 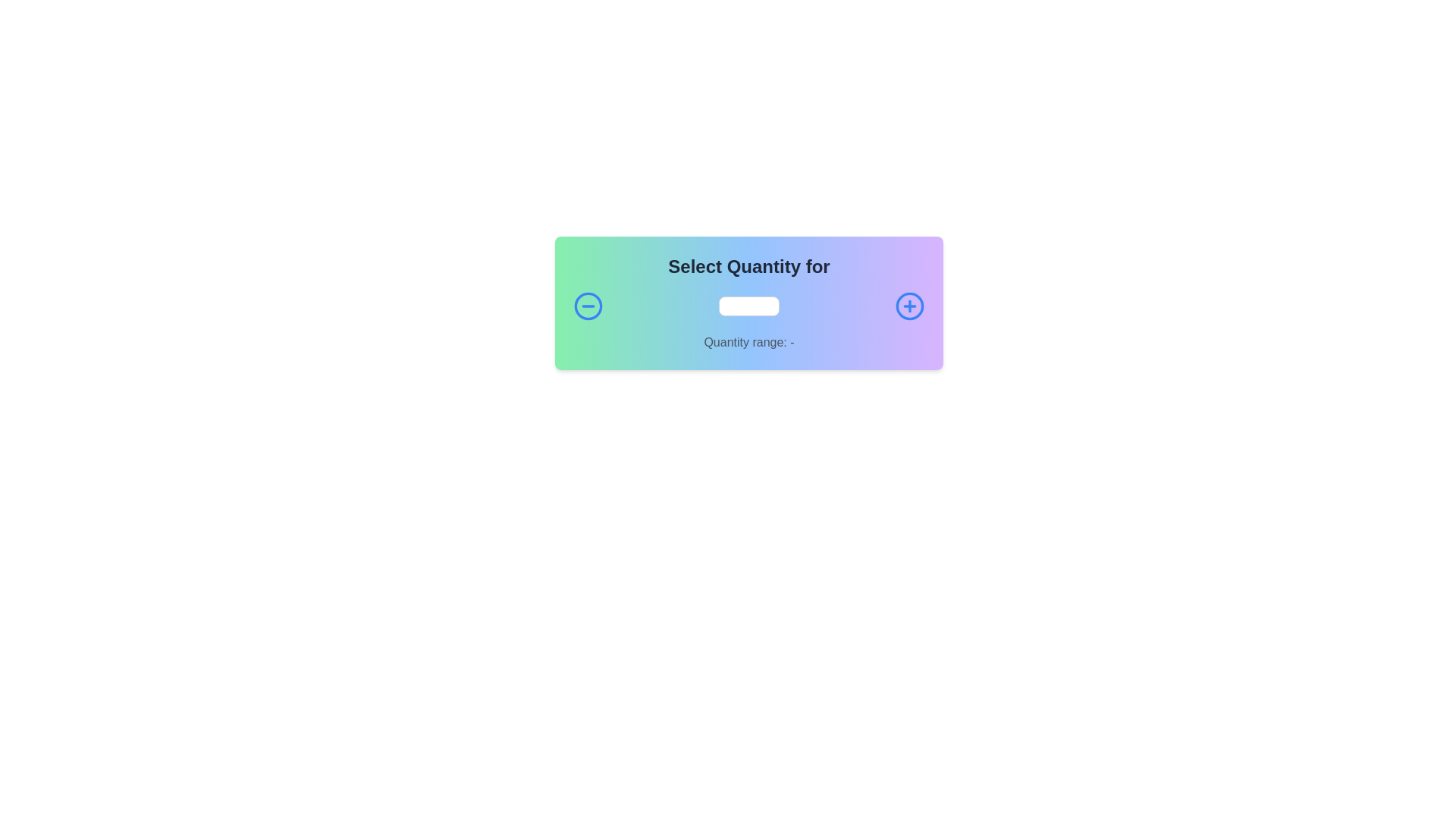 I want to click on the button located on the left side of the horizontal bar to decrease the quantity displayed in the adjacent input field, so click(x=588, y=306).